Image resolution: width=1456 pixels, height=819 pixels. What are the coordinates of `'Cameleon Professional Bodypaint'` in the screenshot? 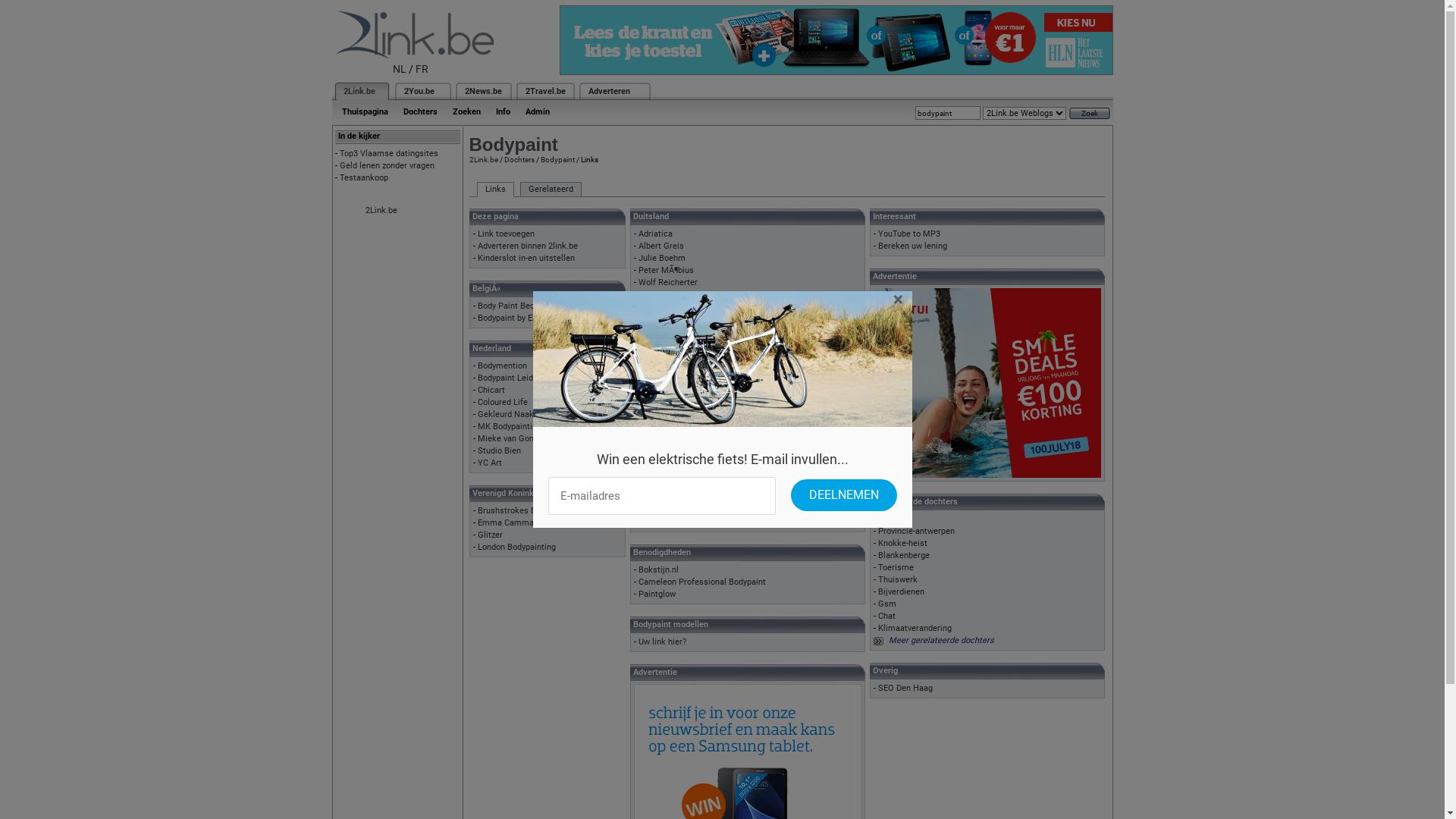 It's located at (701, 581).